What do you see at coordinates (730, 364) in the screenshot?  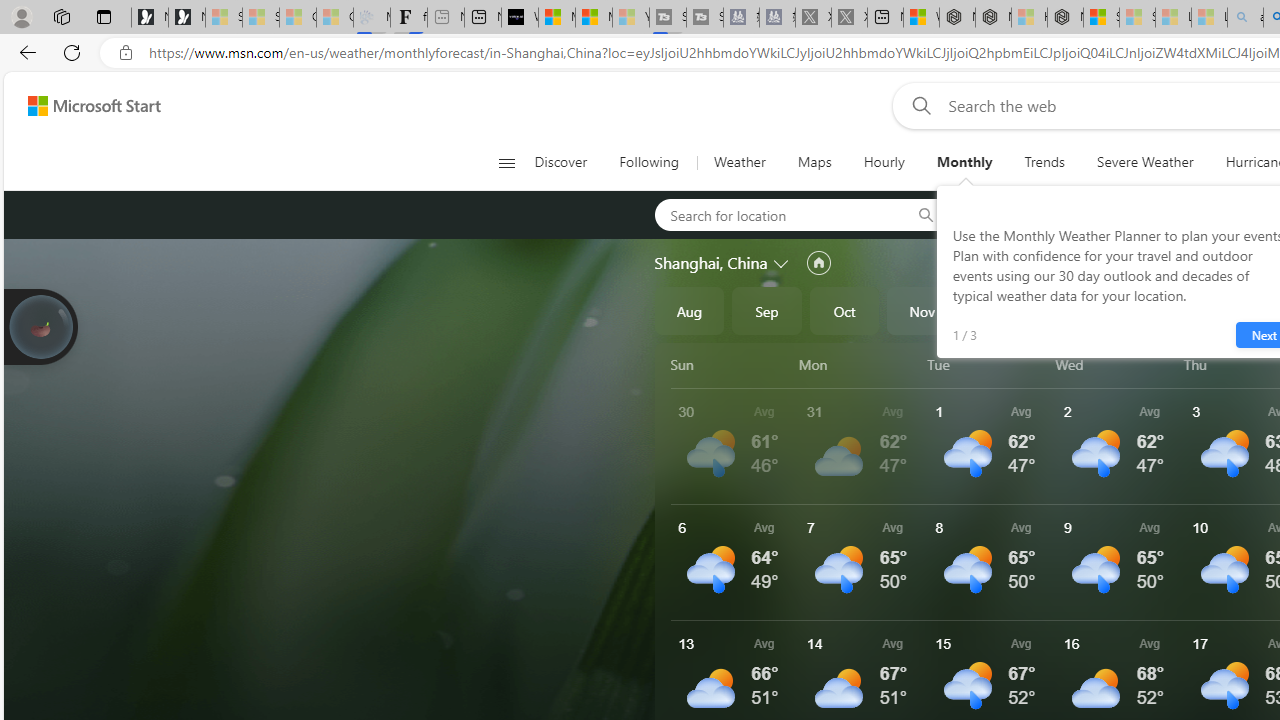 I see `'Sun'` at bounding box center [730, 364].